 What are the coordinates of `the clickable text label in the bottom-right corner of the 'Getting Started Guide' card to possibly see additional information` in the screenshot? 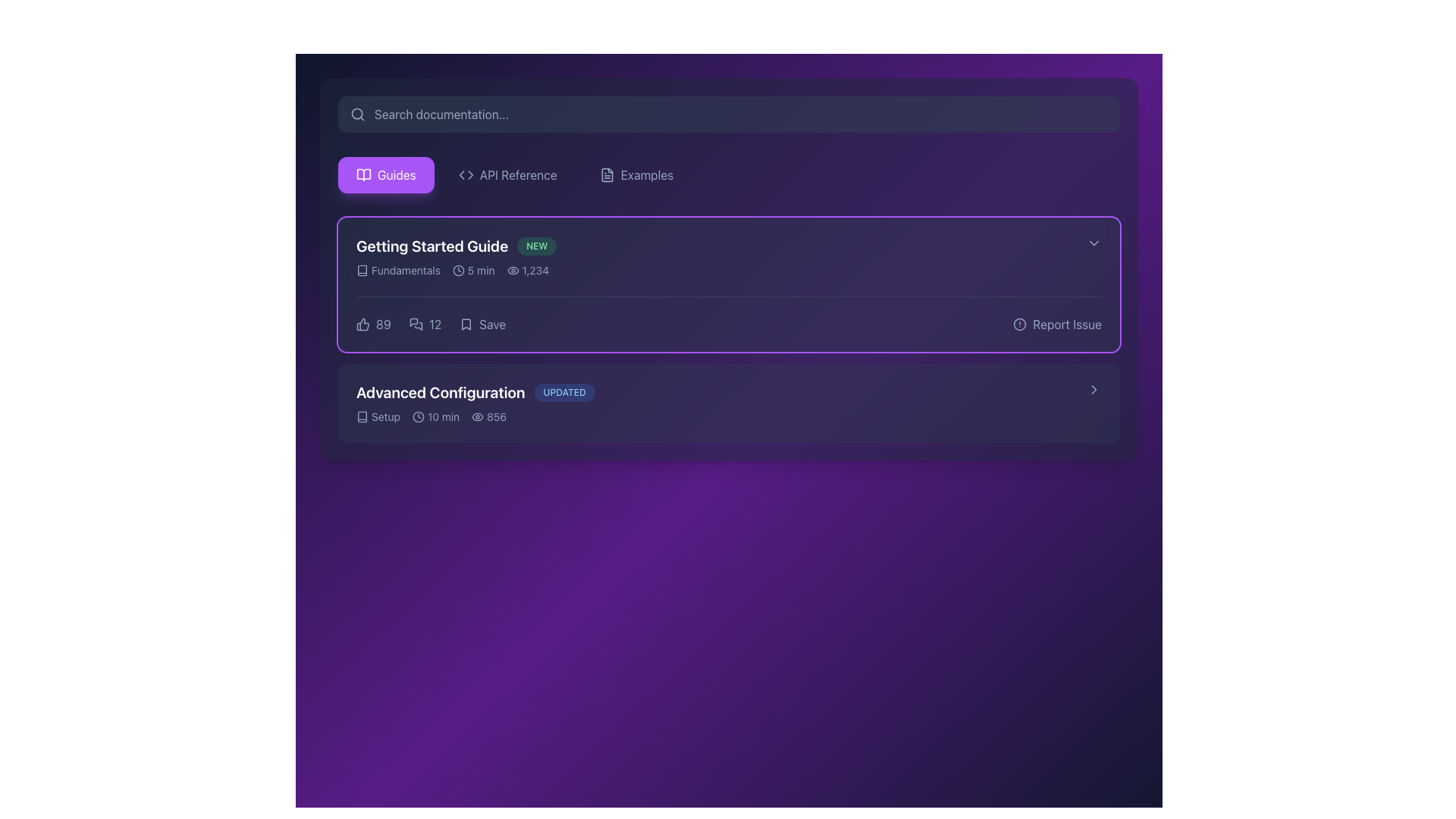 It's located at (1066, 324).